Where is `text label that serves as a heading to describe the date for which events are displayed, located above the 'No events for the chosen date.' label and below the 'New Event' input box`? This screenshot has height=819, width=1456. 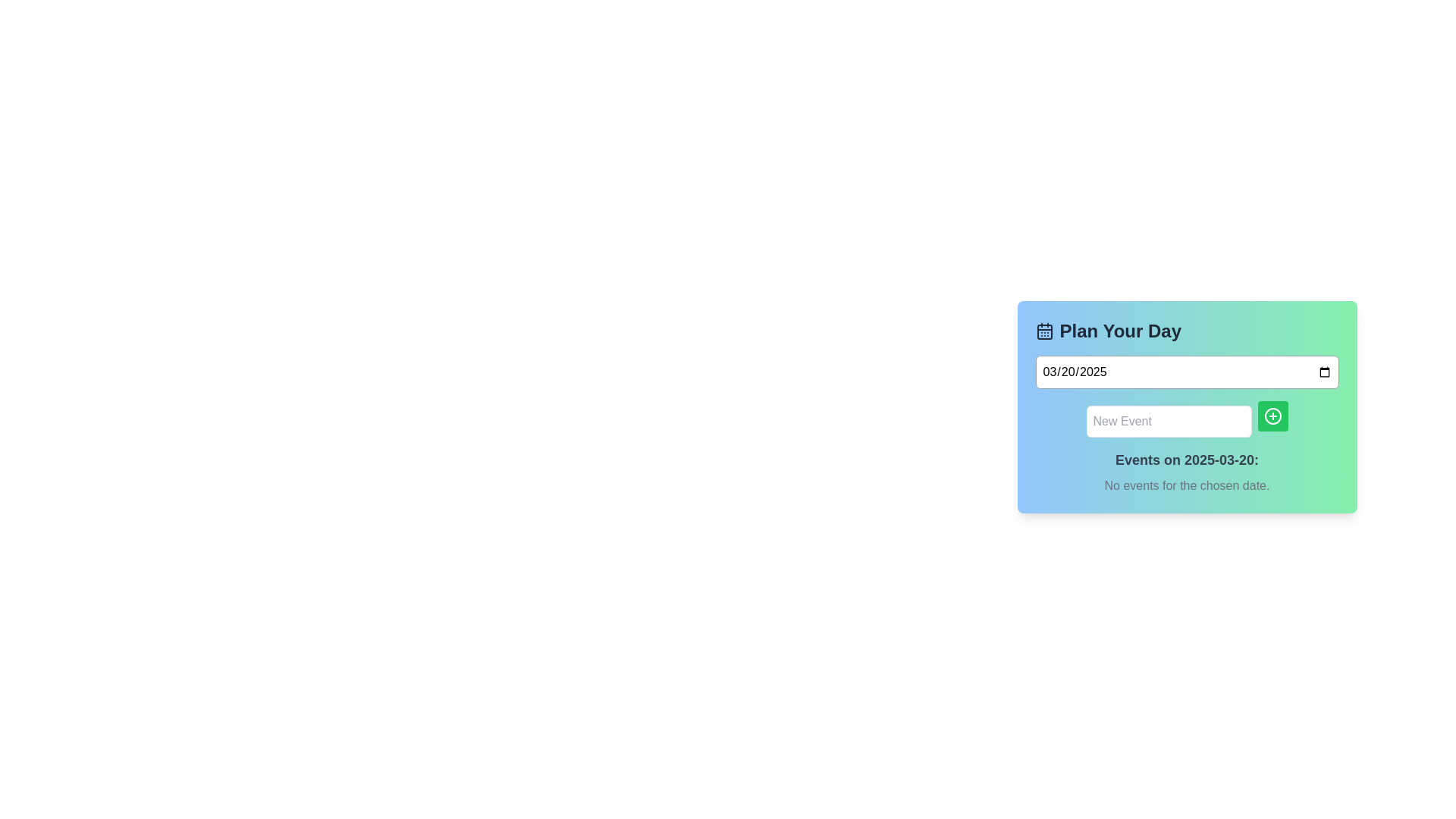
text label that serves as a heading to describe the date for which events are displayed, located above the 'No events for the chosen date.' label and below the 'New Event' input box is located at coordinates (1186, 459).